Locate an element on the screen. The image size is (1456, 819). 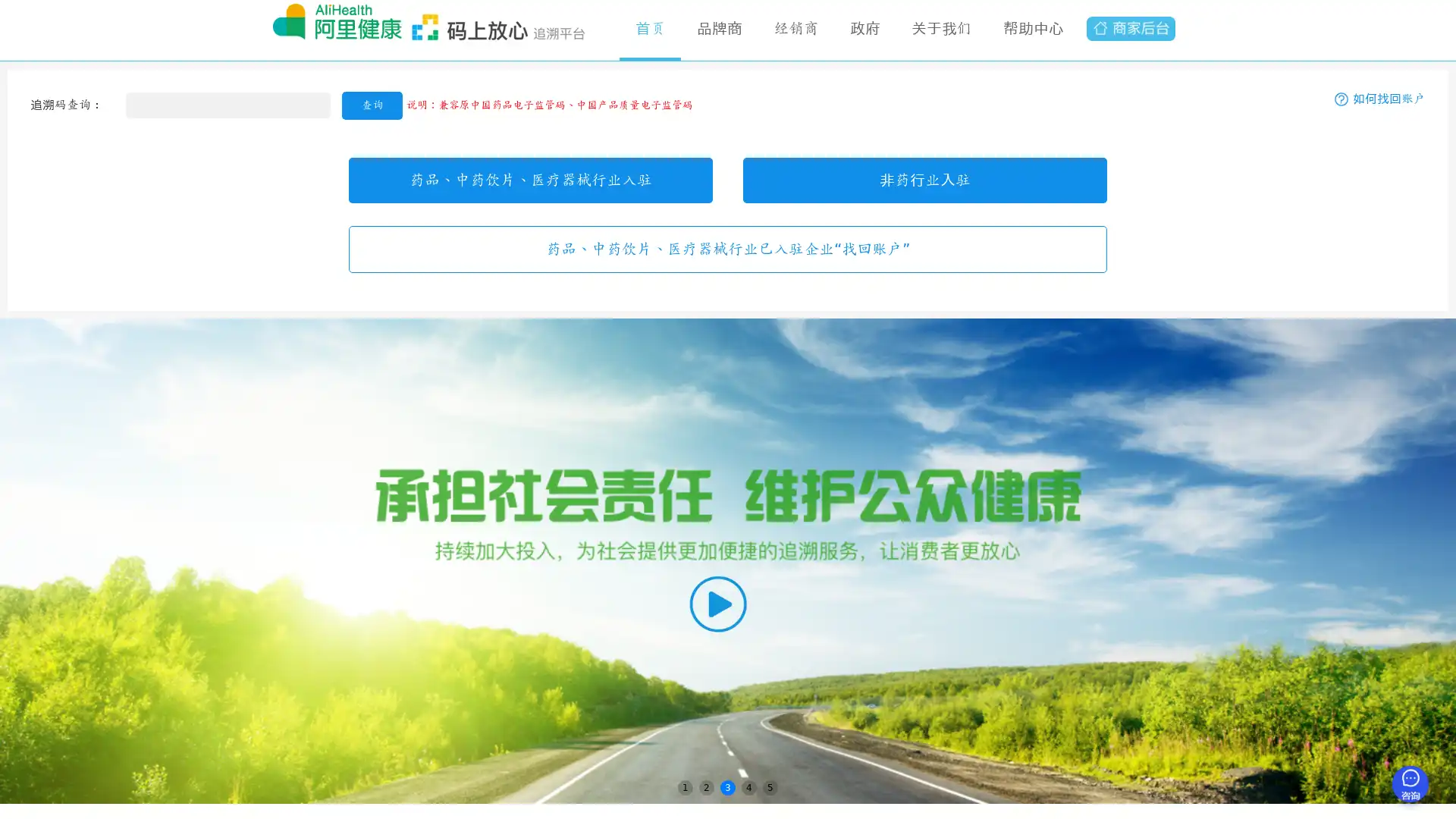
Go to slide 3 is located at coordinates (728, 786).